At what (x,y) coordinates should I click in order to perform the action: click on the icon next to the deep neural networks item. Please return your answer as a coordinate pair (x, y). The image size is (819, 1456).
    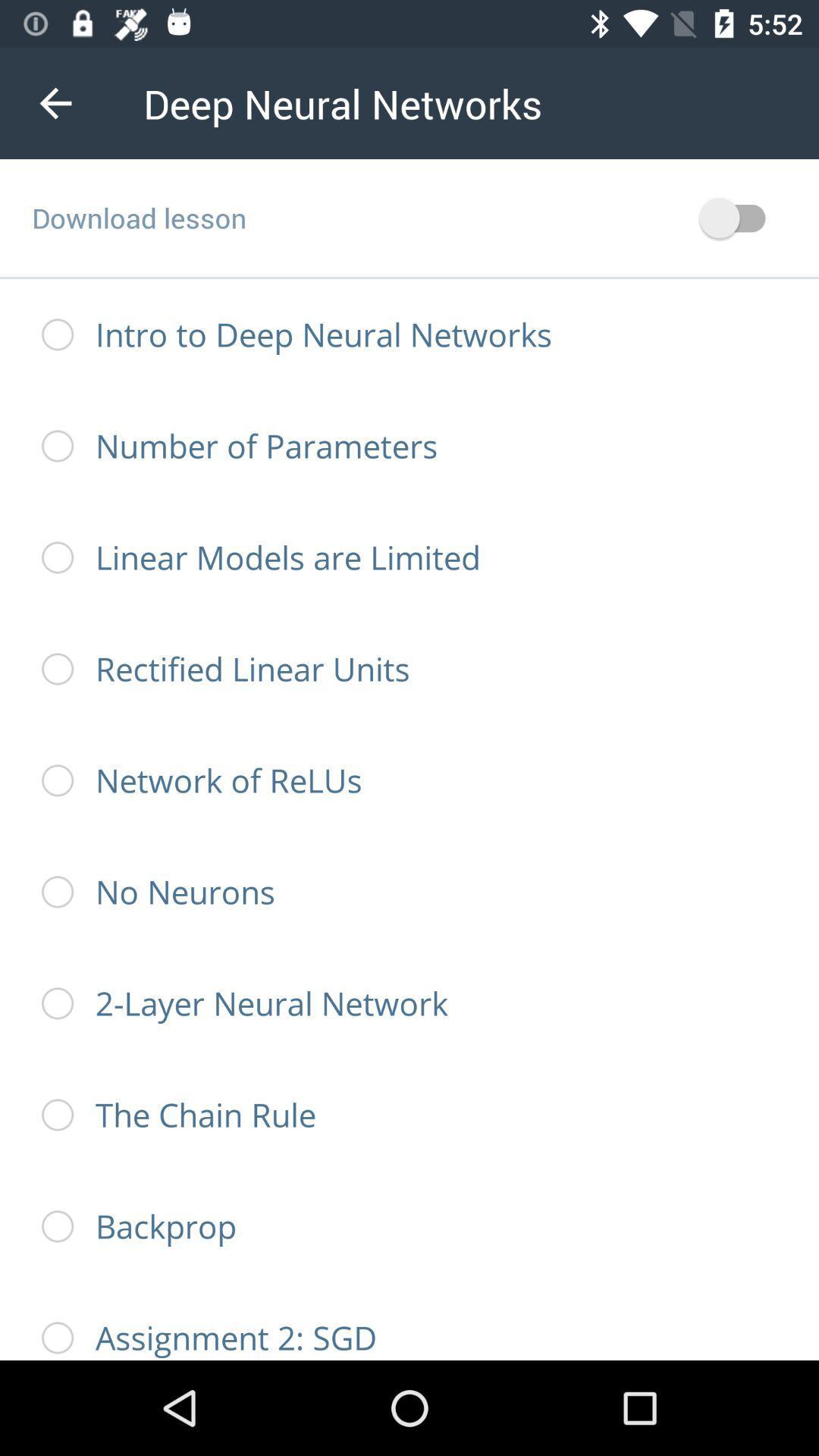
    Looking at the image, I should click on (55, 102).